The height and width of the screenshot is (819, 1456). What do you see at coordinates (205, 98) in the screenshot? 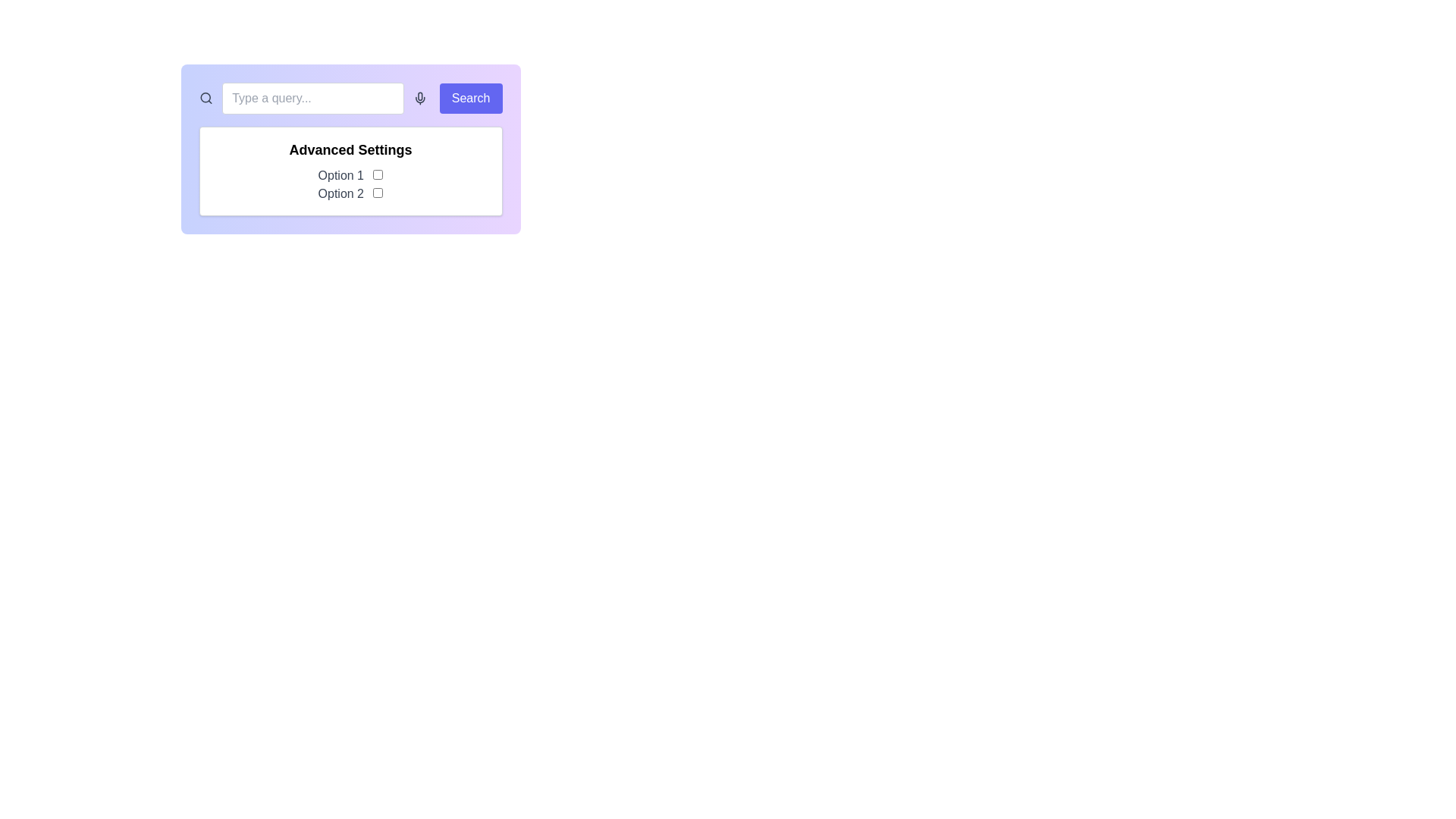
I see `the SVG Circle element inside the search icon at the top center of the interface` at bounding box center [205, 98].